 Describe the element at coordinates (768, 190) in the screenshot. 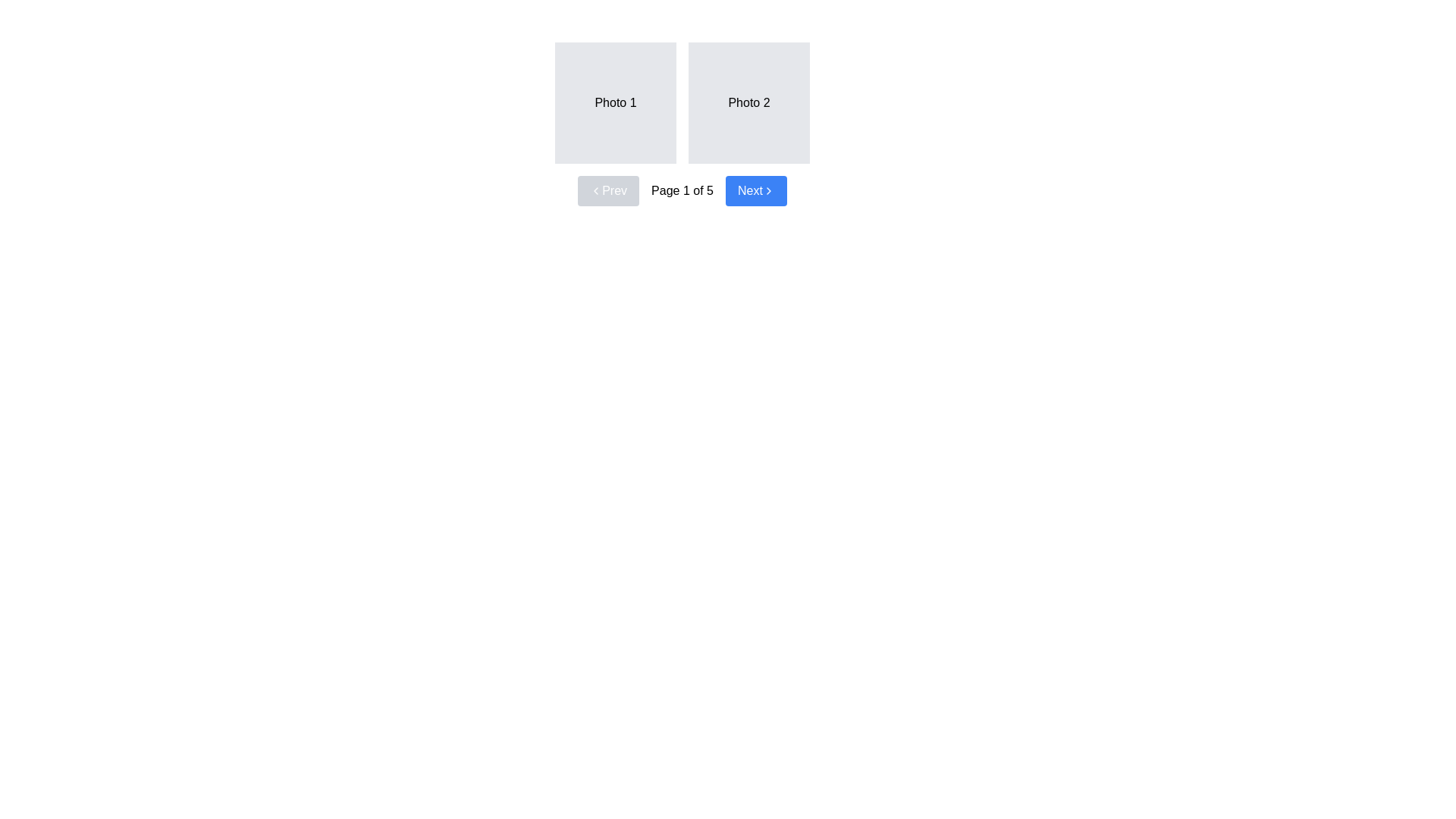

I see `the right-facing chevron icon integrated into the 'Next' button with a blue background and white text` at that location.